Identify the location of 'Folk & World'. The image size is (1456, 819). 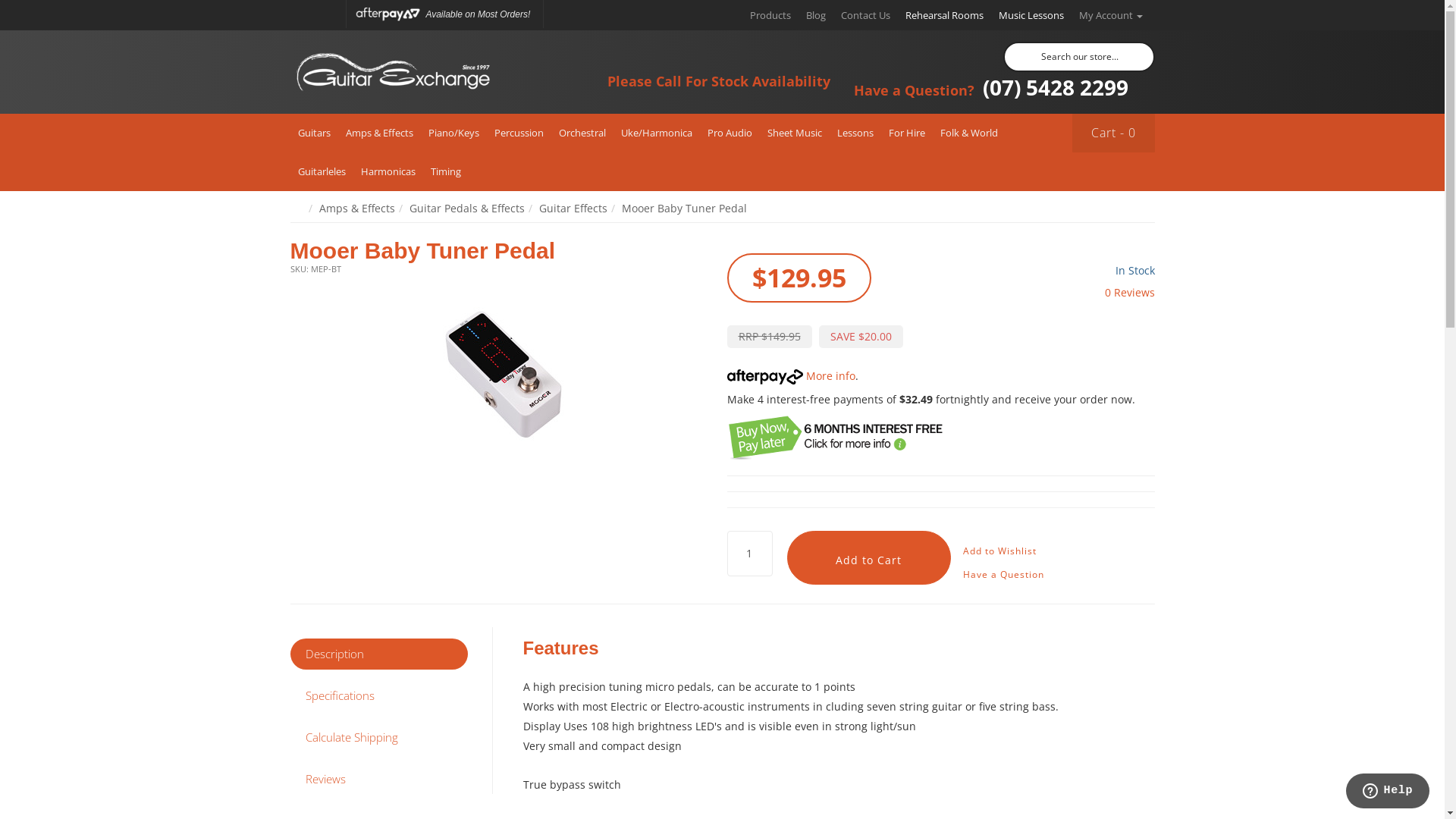
(968, 132).